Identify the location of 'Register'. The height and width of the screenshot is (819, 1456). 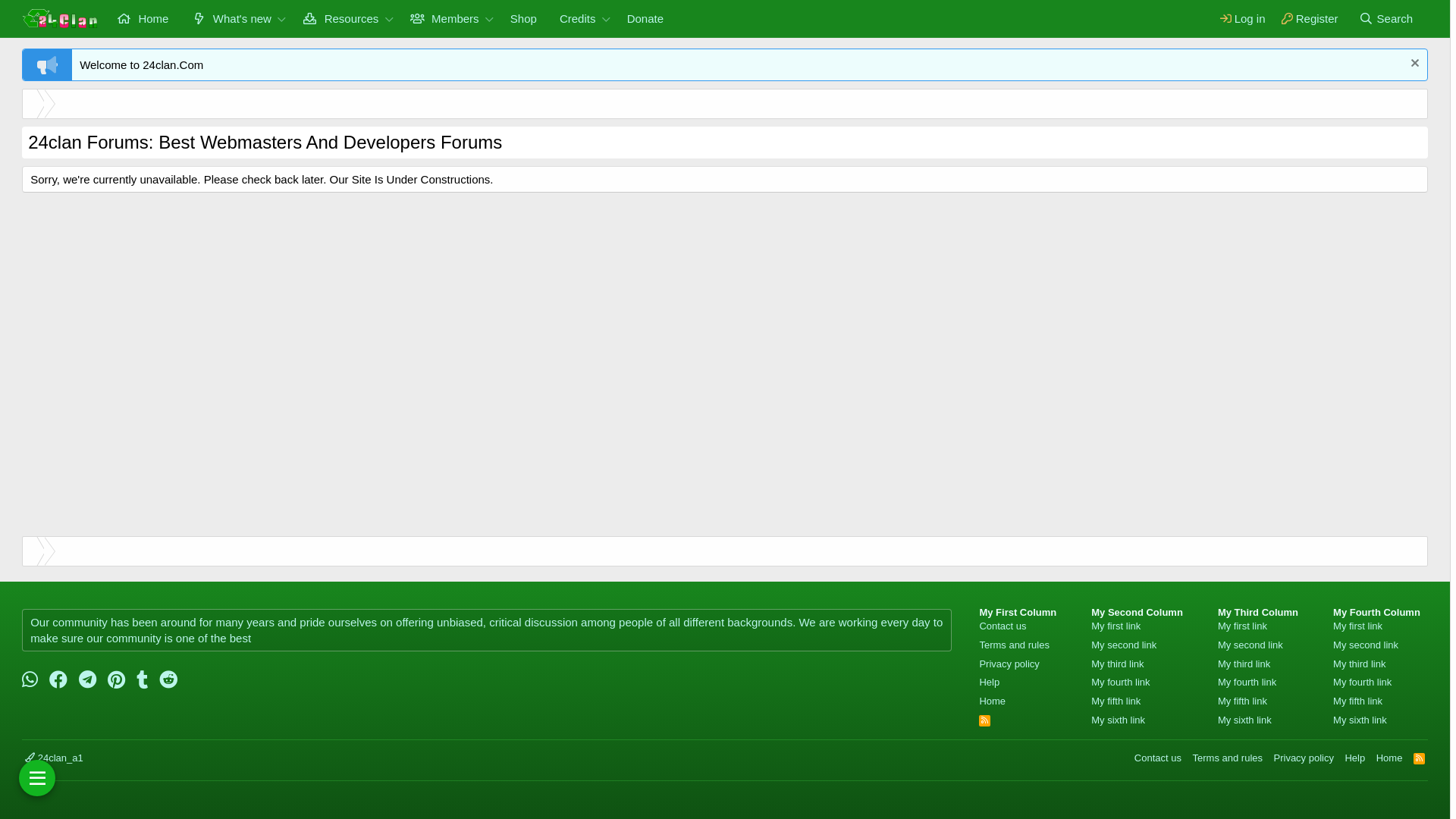
(1309, 18).